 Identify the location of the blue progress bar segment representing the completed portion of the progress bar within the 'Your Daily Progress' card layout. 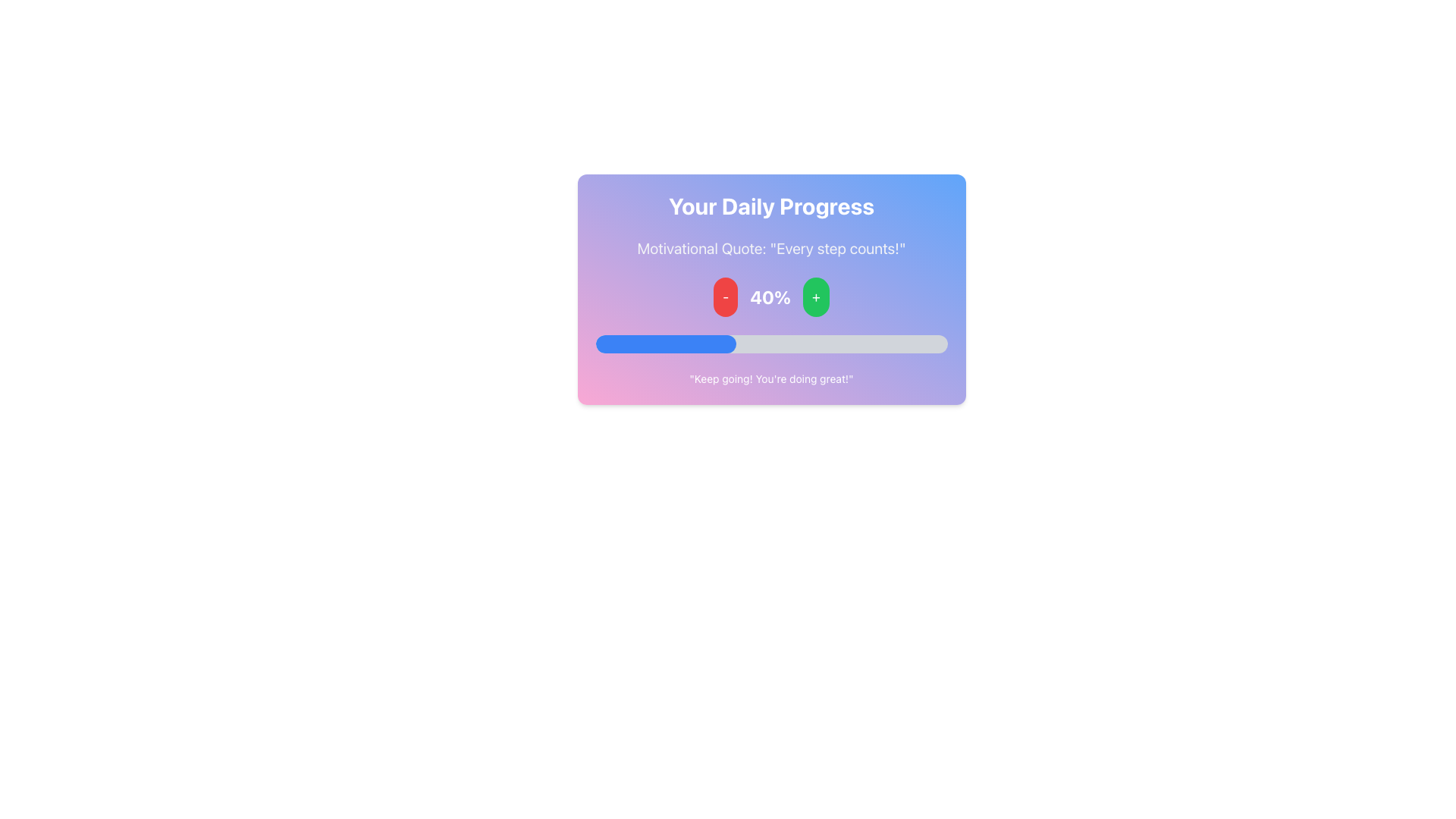
(666, 344).